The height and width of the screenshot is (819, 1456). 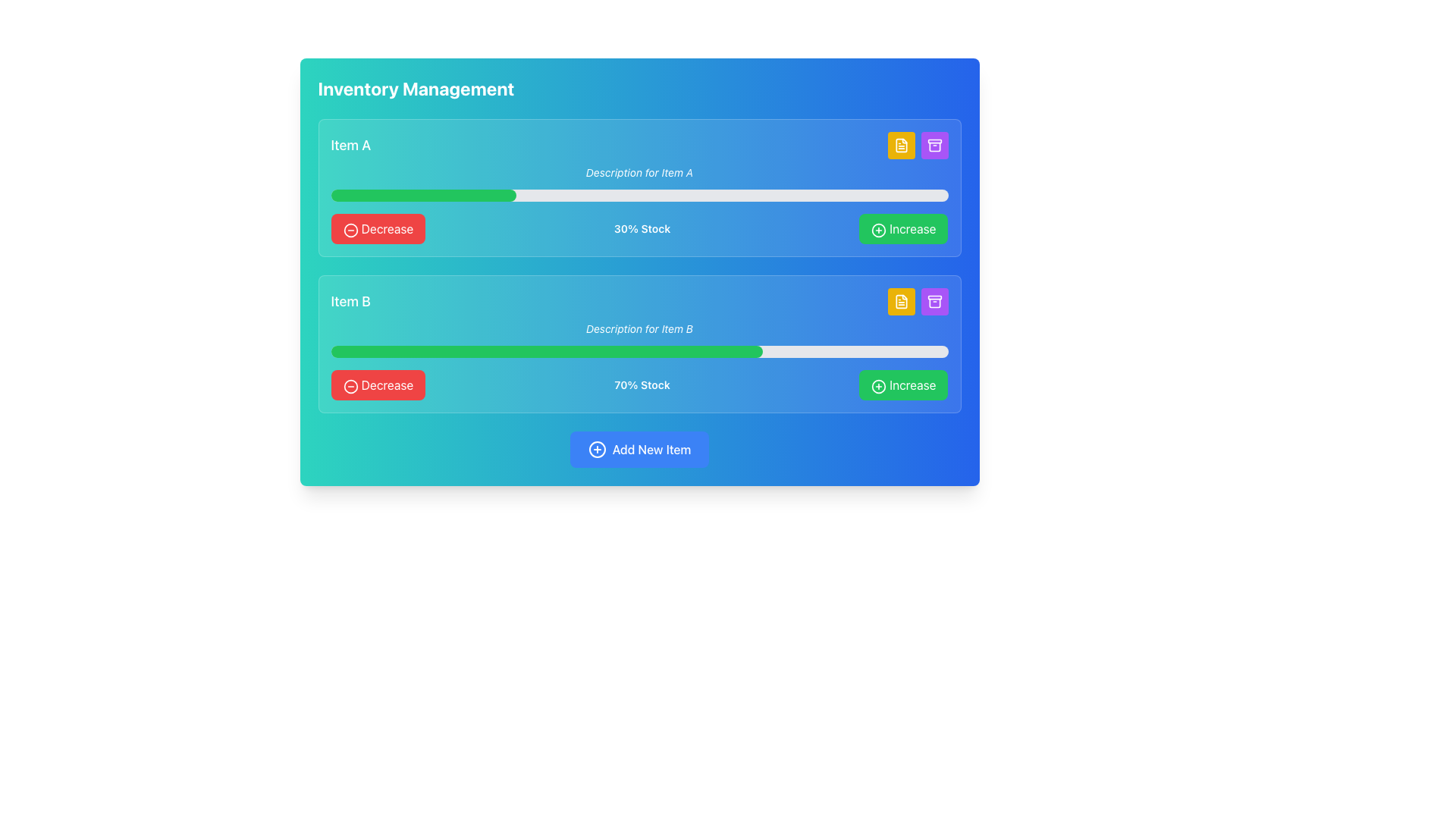 I want to click on the Progress bar located below the description text and above the stock value and action buttons of Item B to inspect its details, so click(x=639, y=351).